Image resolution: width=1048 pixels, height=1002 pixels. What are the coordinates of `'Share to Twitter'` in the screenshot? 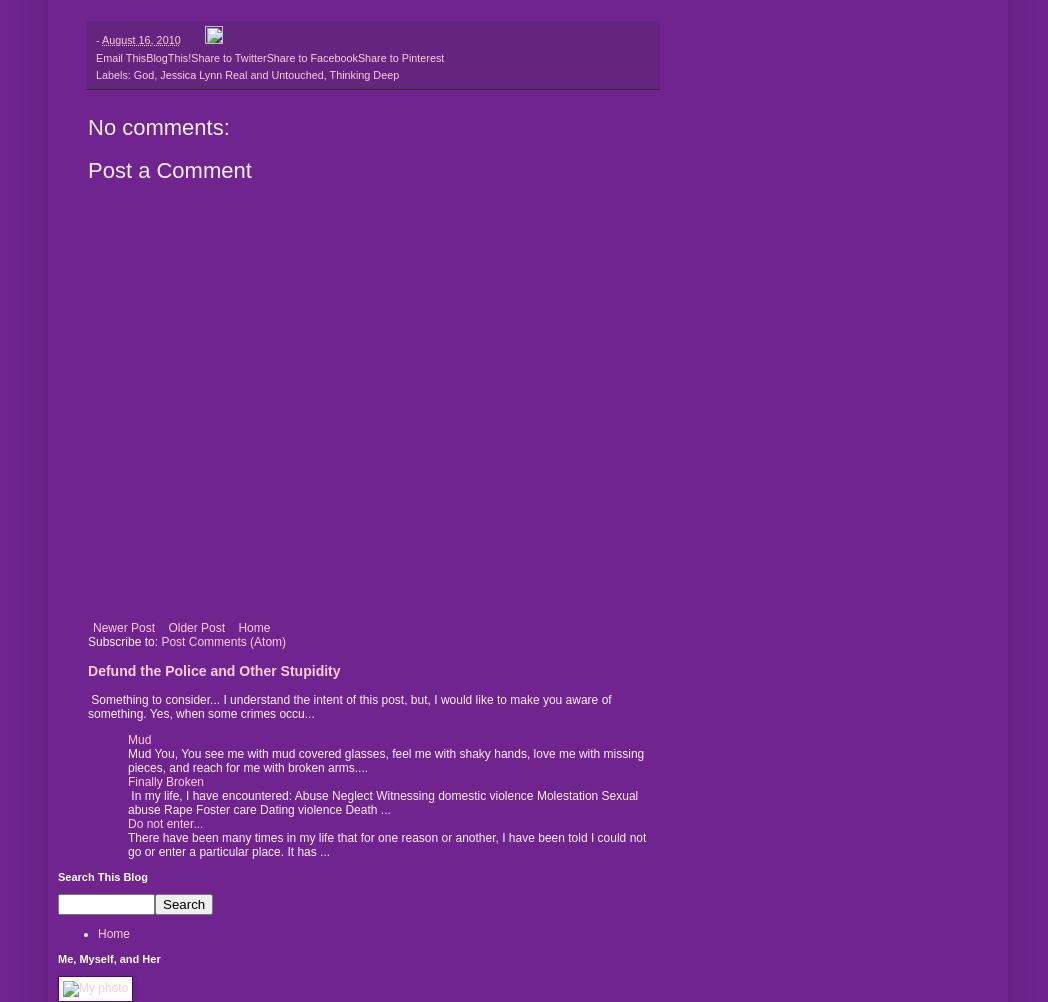 It's located at (228, 57).